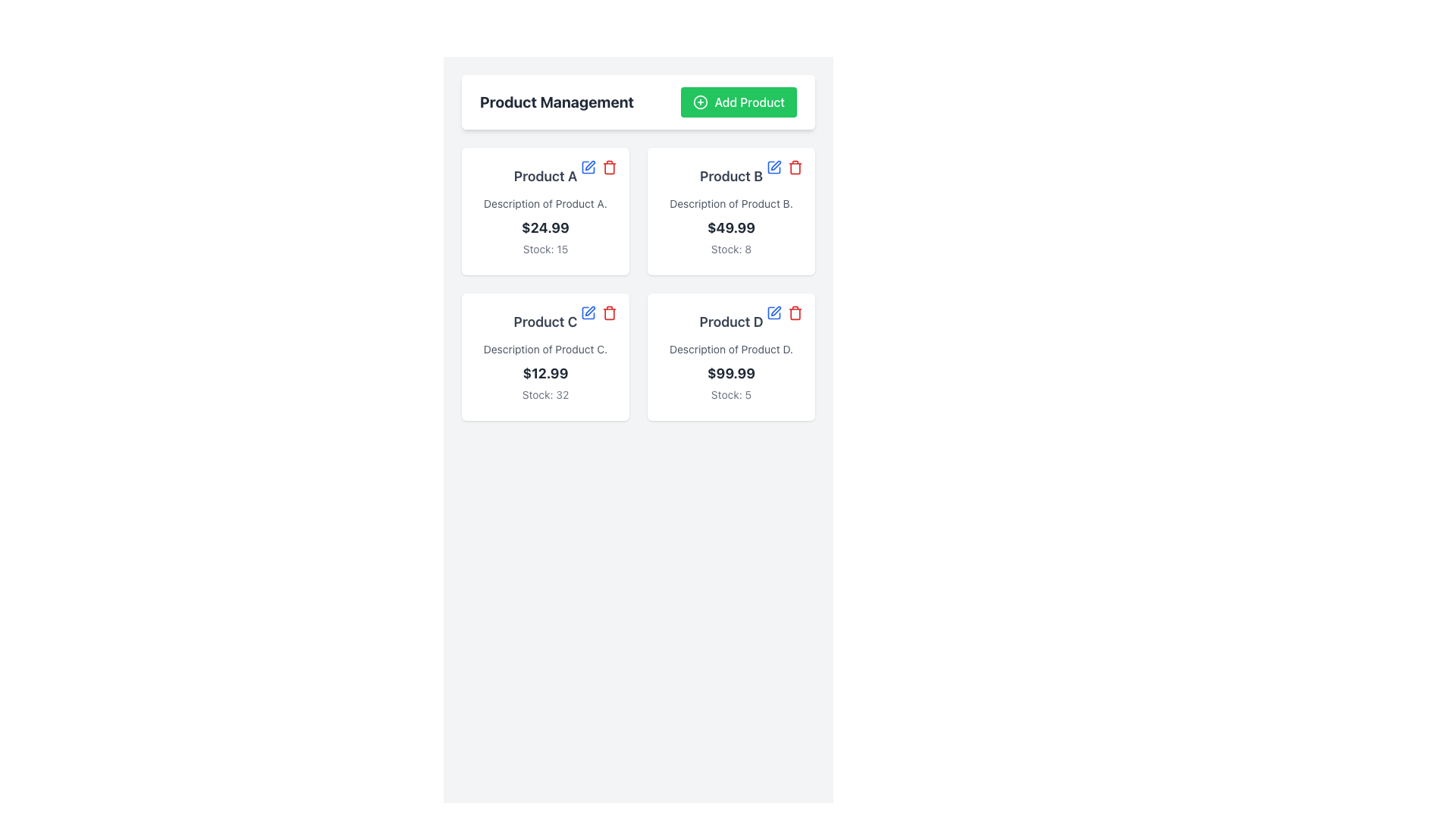 The width and height of the screenshot is (1456, 819). I want to click on the edit icon button for 'Product C', so click(589, 310).